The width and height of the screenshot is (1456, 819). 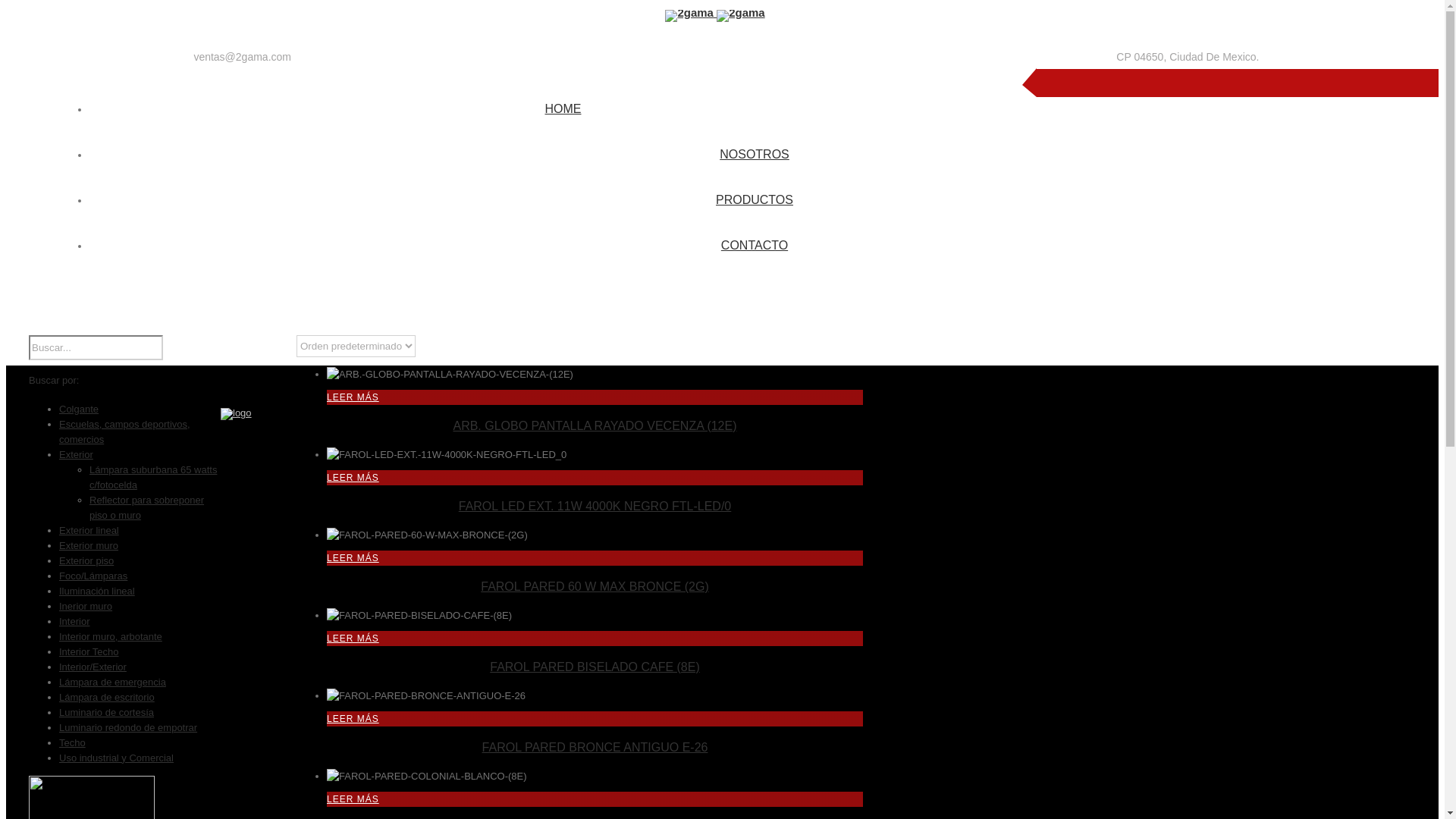 I want to click on 'Reflector para sobreponer piso o muro', so click(x=146, y=507).